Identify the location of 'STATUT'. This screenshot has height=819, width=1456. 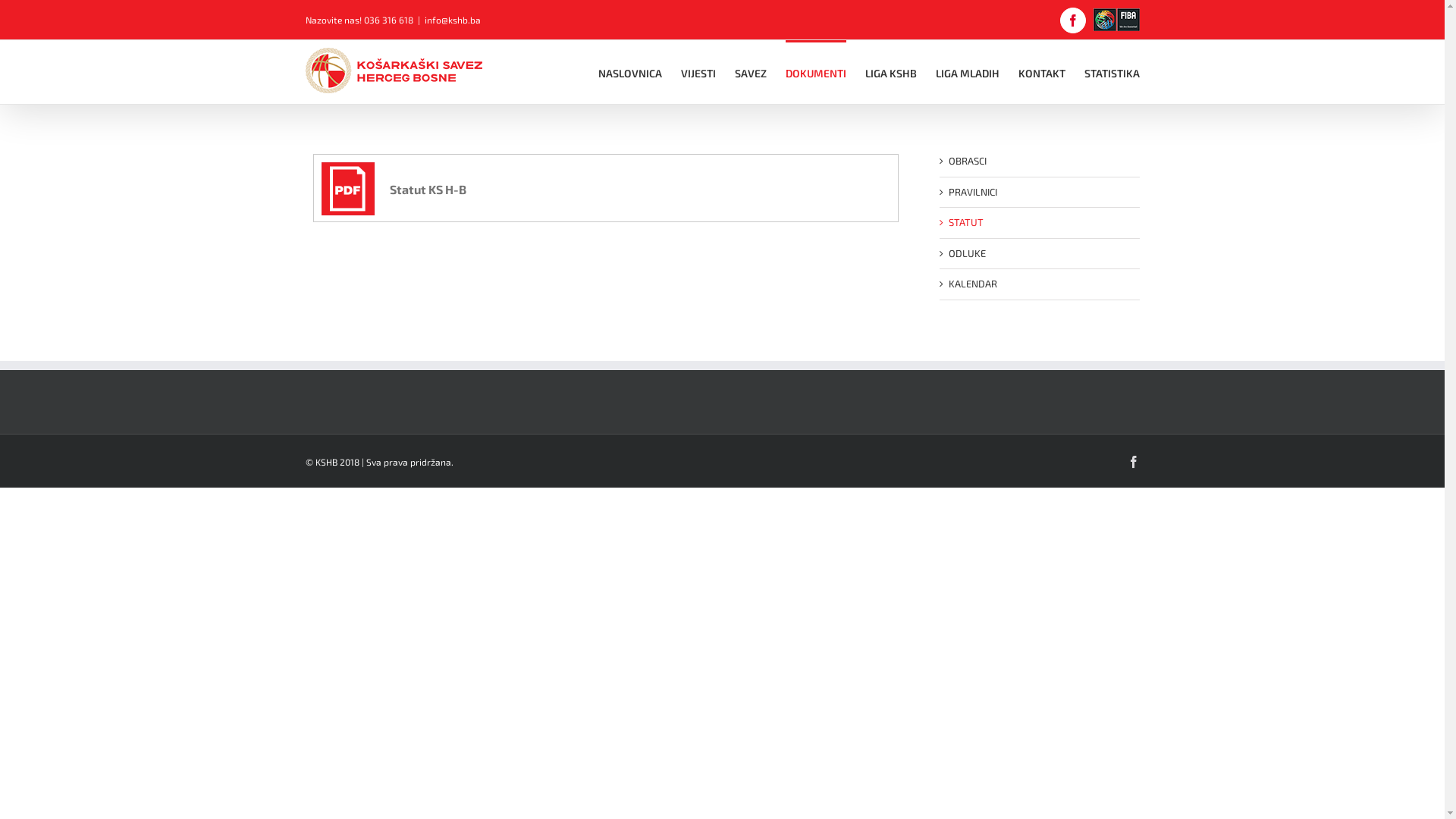
(964, 222).